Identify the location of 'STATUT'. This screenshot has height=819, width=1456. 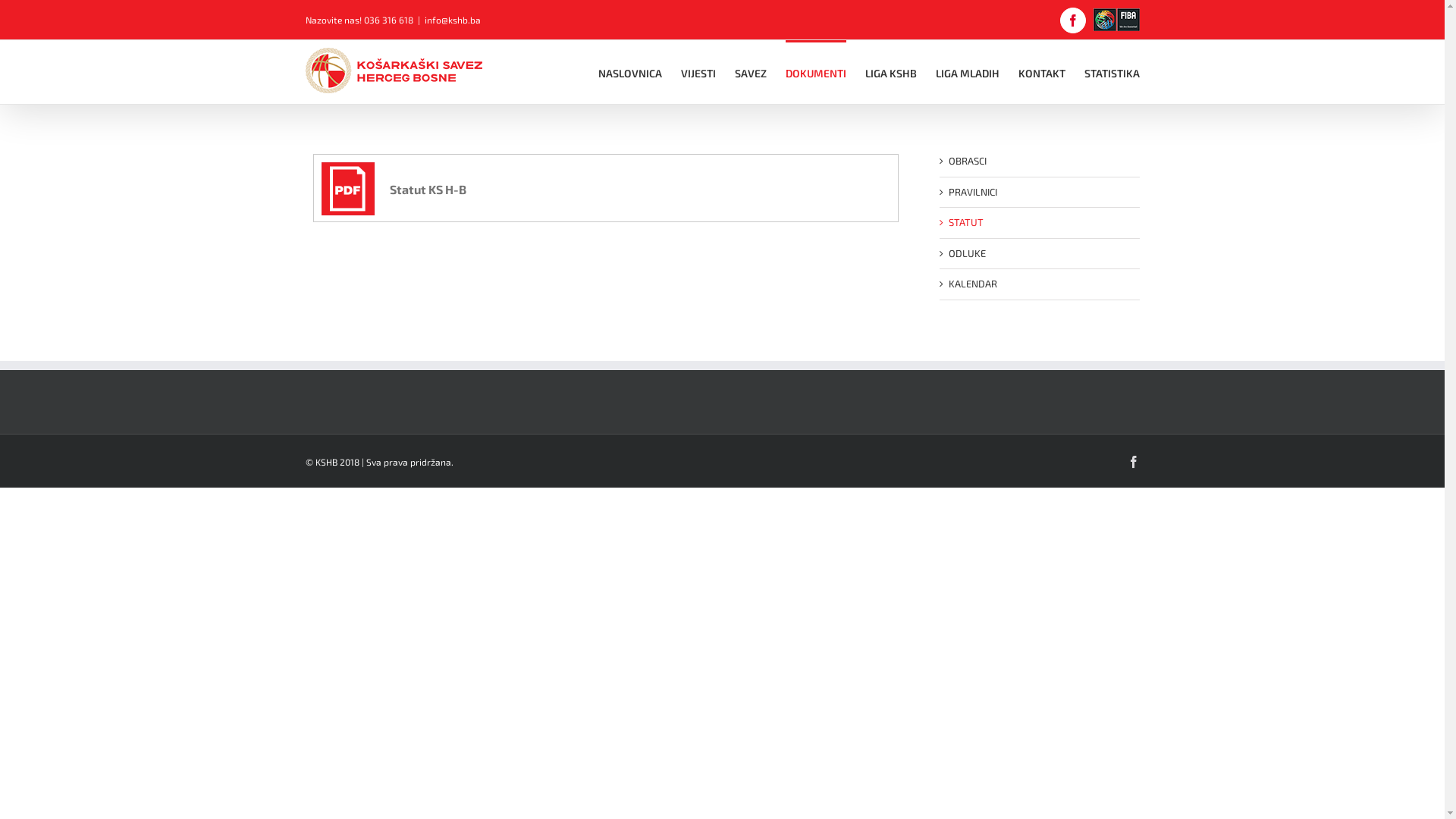
(964, 222).